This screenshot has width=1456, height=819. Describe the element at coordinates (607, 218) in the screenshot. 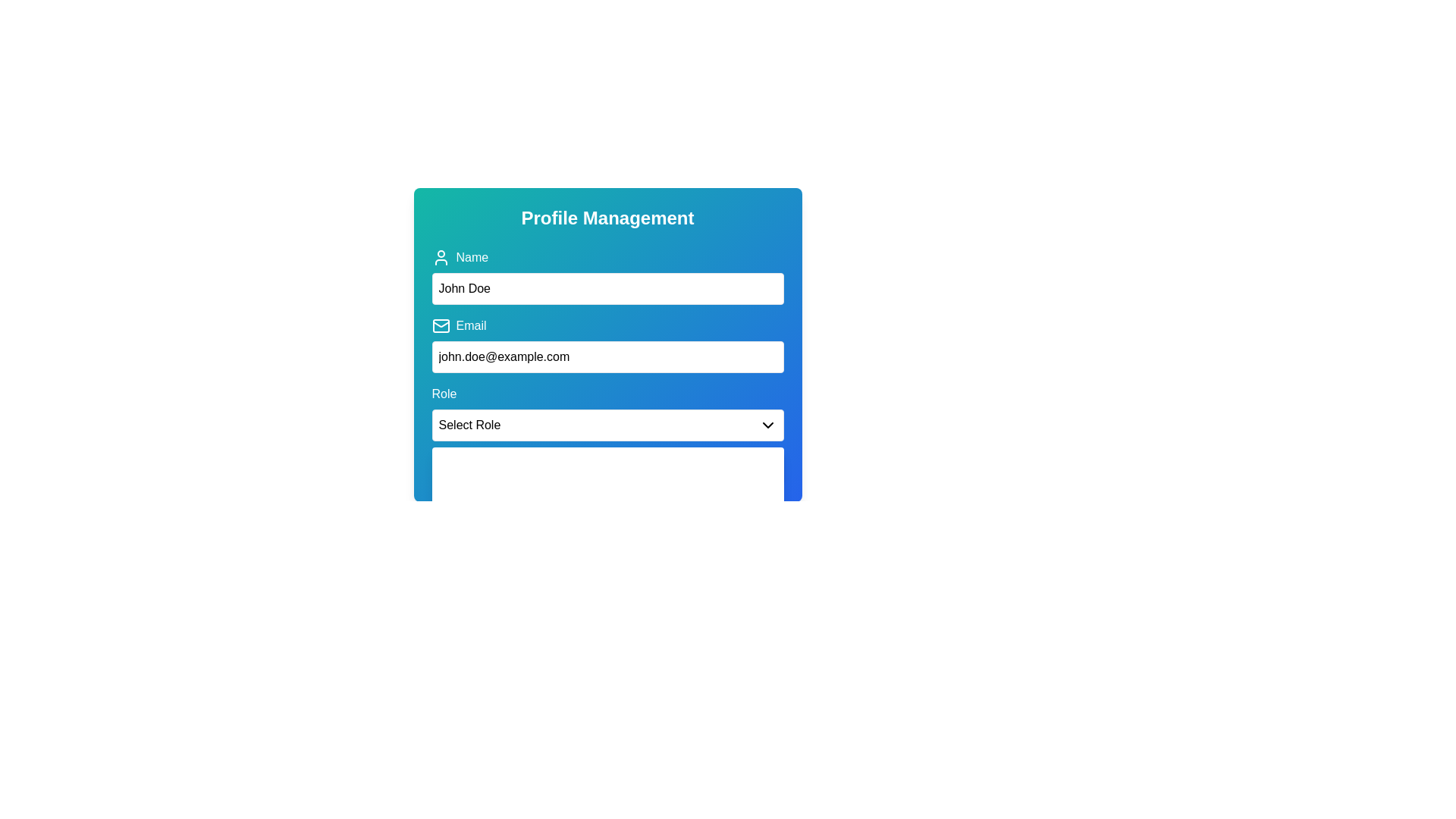

I see `the header label for profile management, which is positioned above the input fields and buttons on a gradient background` at that location.